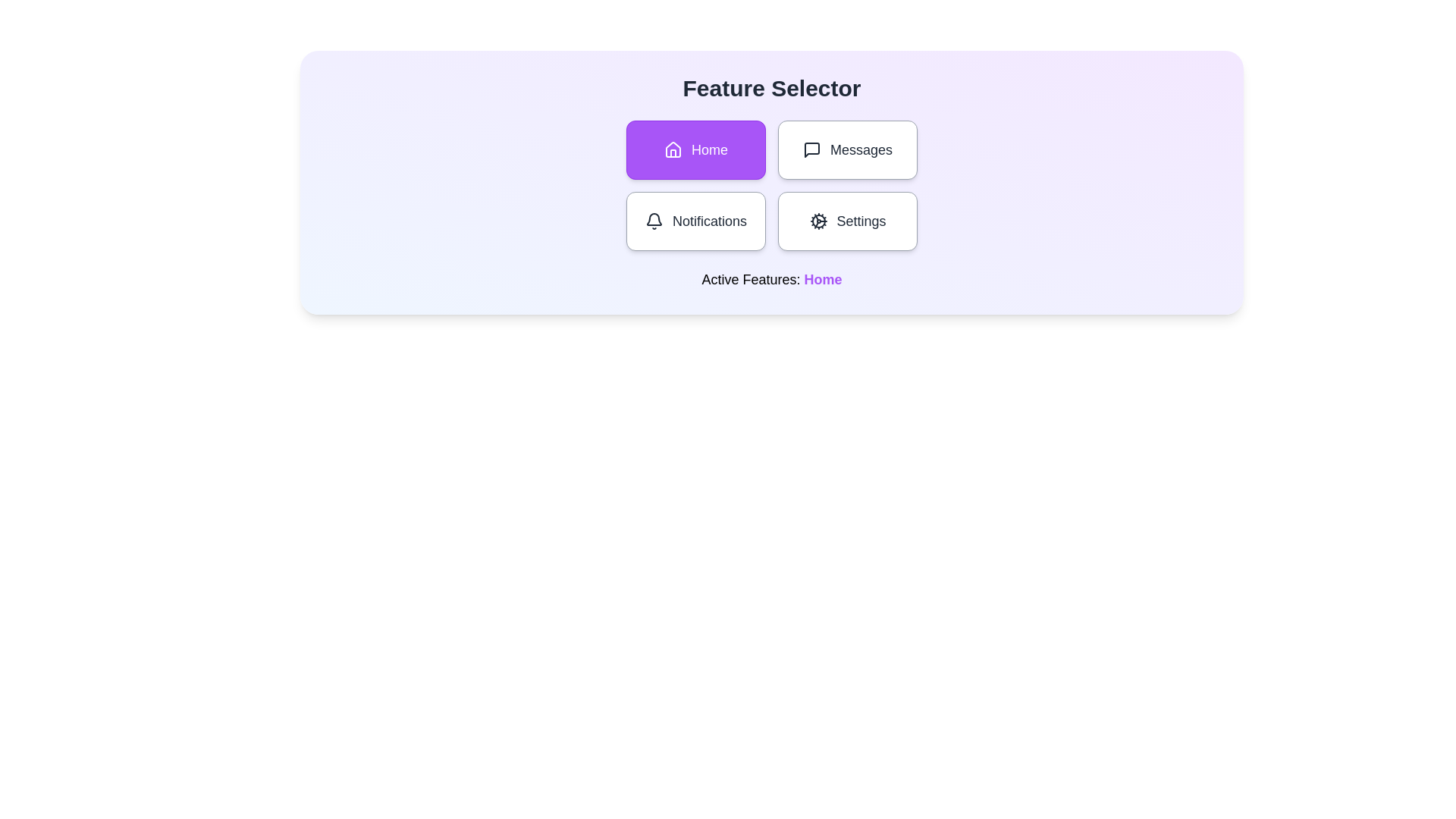  I want to click on the 'Home' icon located at the top left of the button group, so click(673, 149).